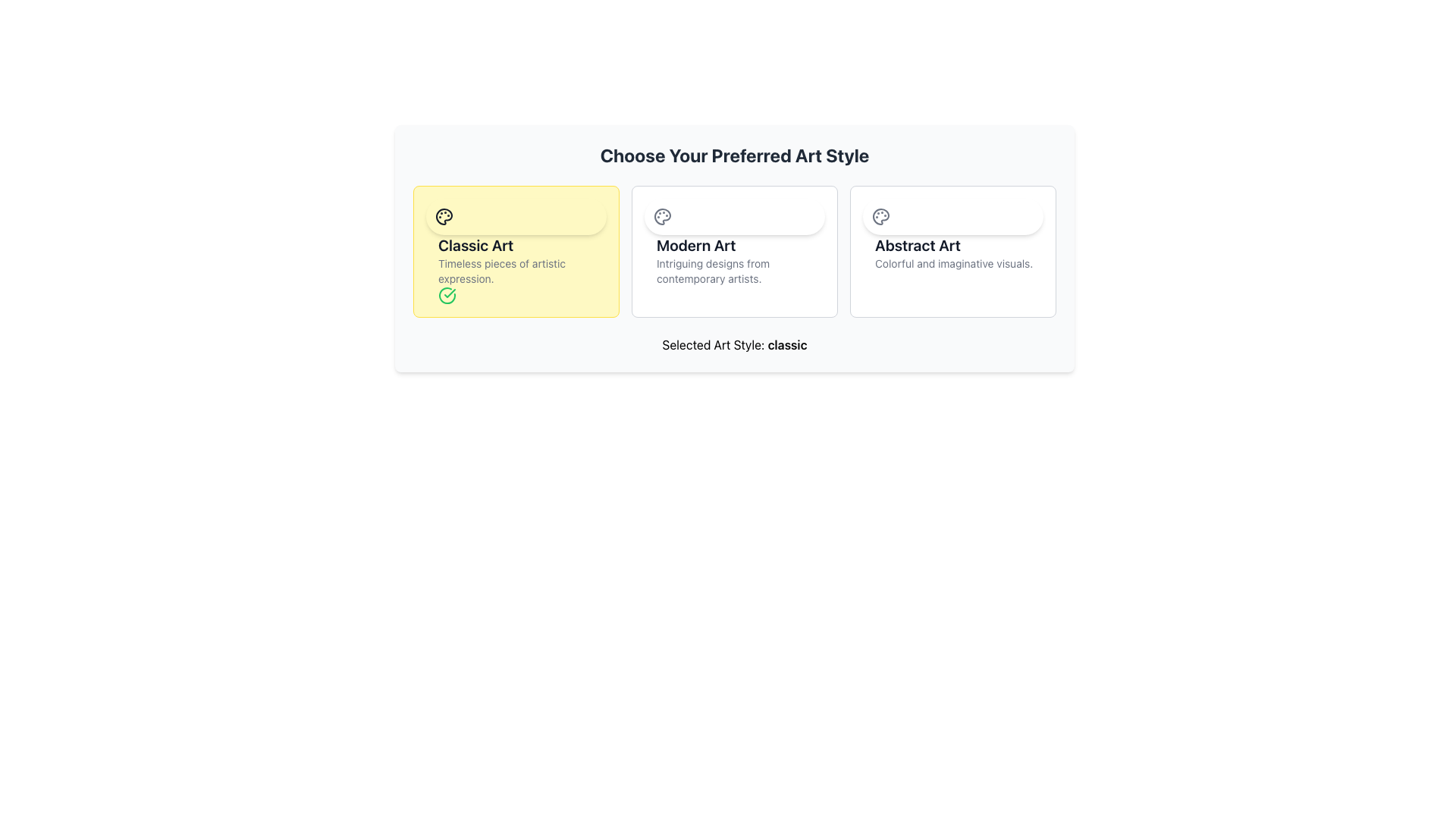 The height and width of the screenshot is (819, 1456). What do you see at coordinates (959, 262) in the screenshot?
I see `the Text Label displaying 'Colorful and imaginative visuals' which is positioned below the title 'Abstract Art' in the card-like UI element` at bounding box center [959, 262].